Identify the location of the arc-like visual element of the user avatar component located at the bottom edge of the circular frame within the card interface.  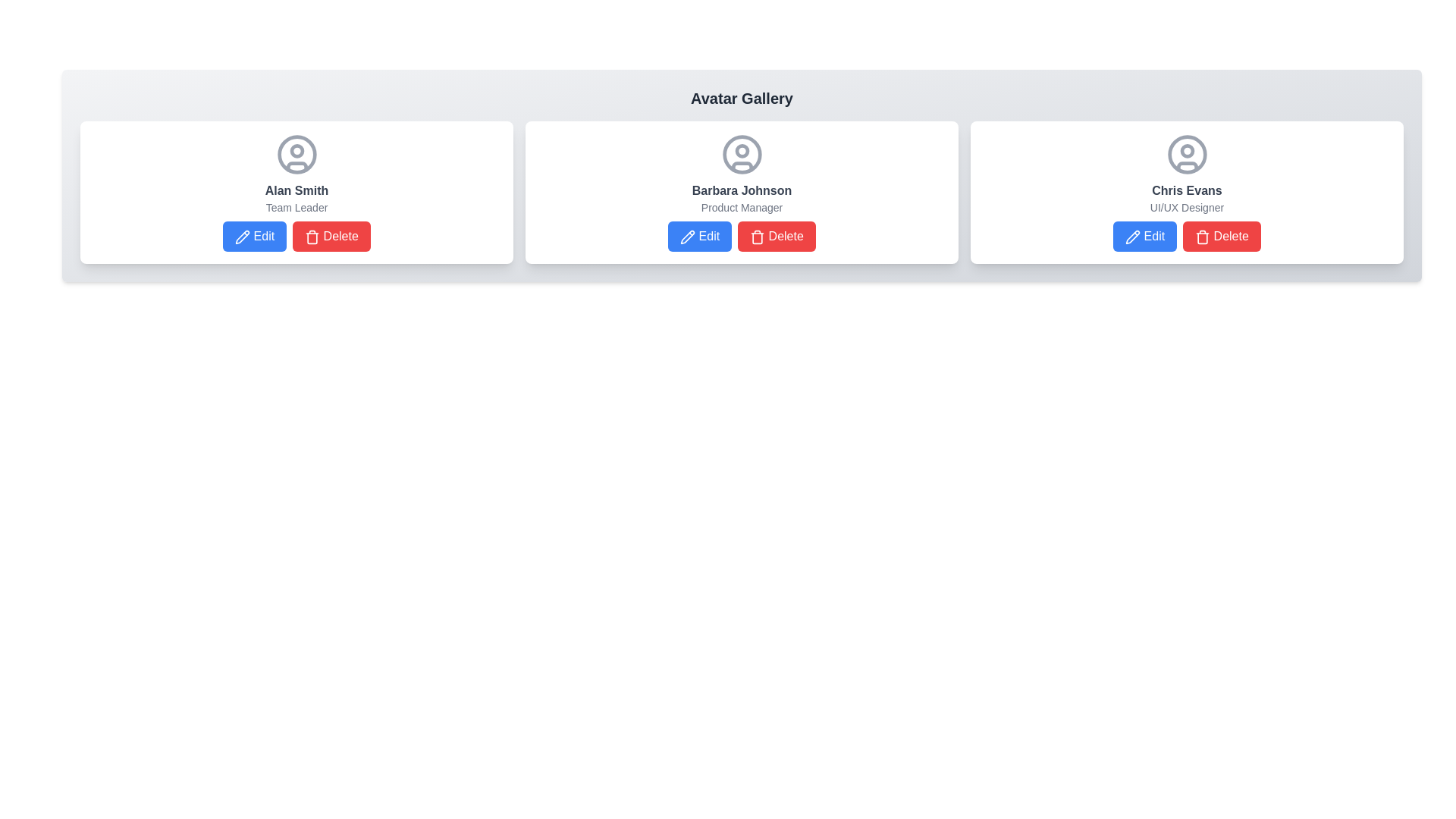
(297, 166).